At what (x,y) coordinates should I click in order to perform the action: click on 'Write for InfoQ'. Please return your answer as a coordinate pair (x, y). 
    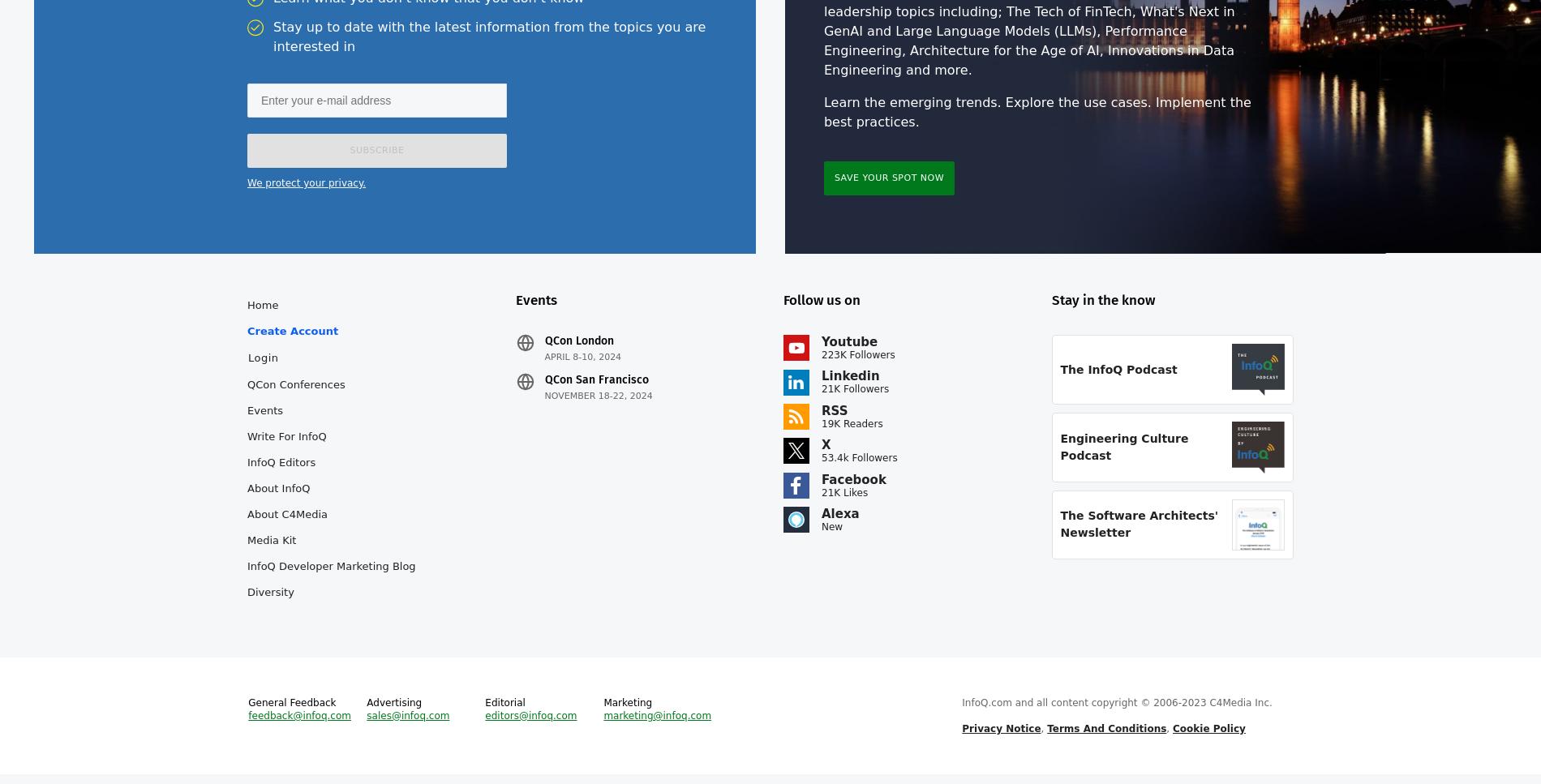
    Looking at the image, I should click on (285, 446).